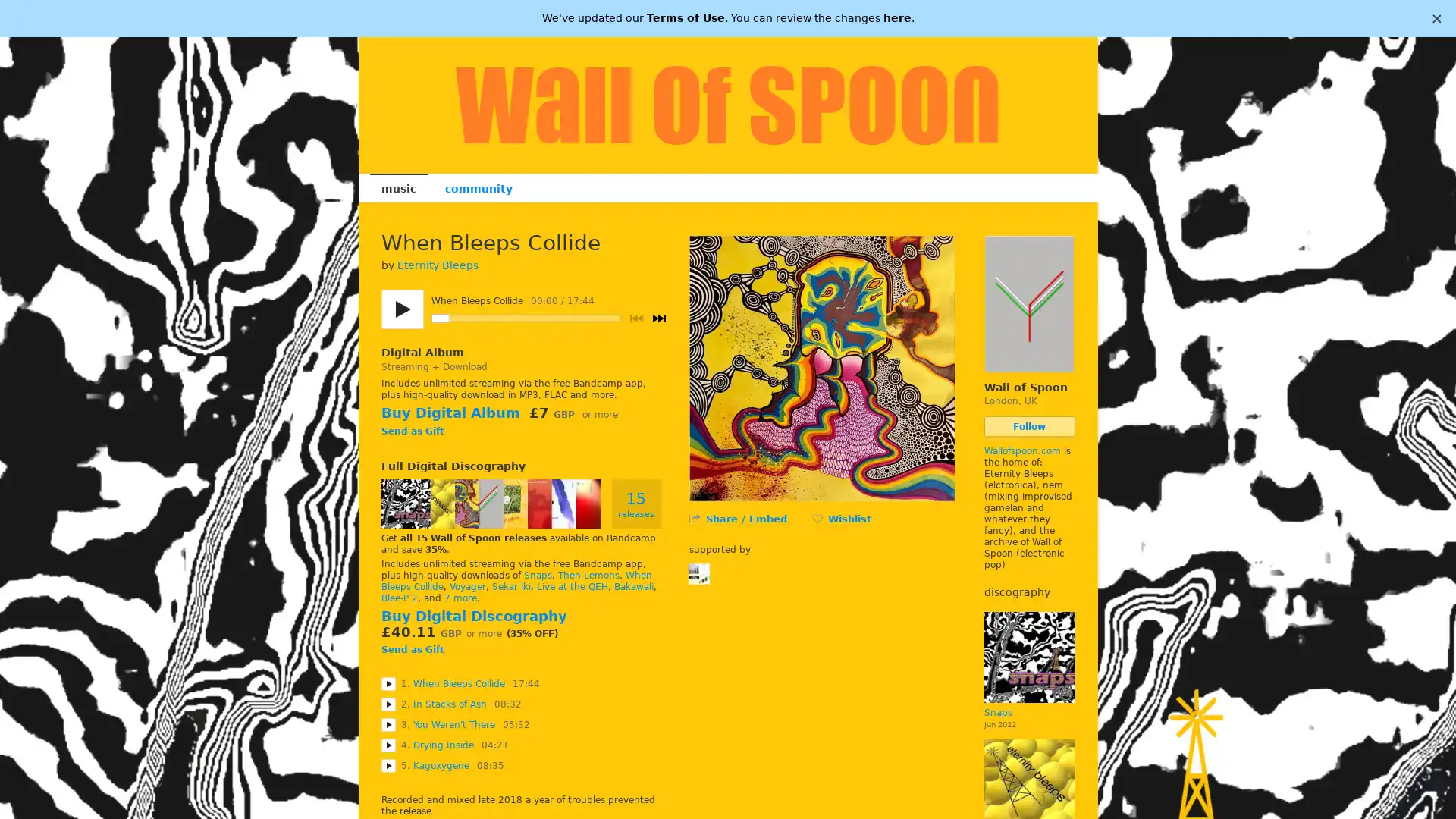 This screenshot has width=1456, height=819. Describe the element at coordinates (388, 704) in the screenshot. I see `Play In Stacks of Ash` at that location.